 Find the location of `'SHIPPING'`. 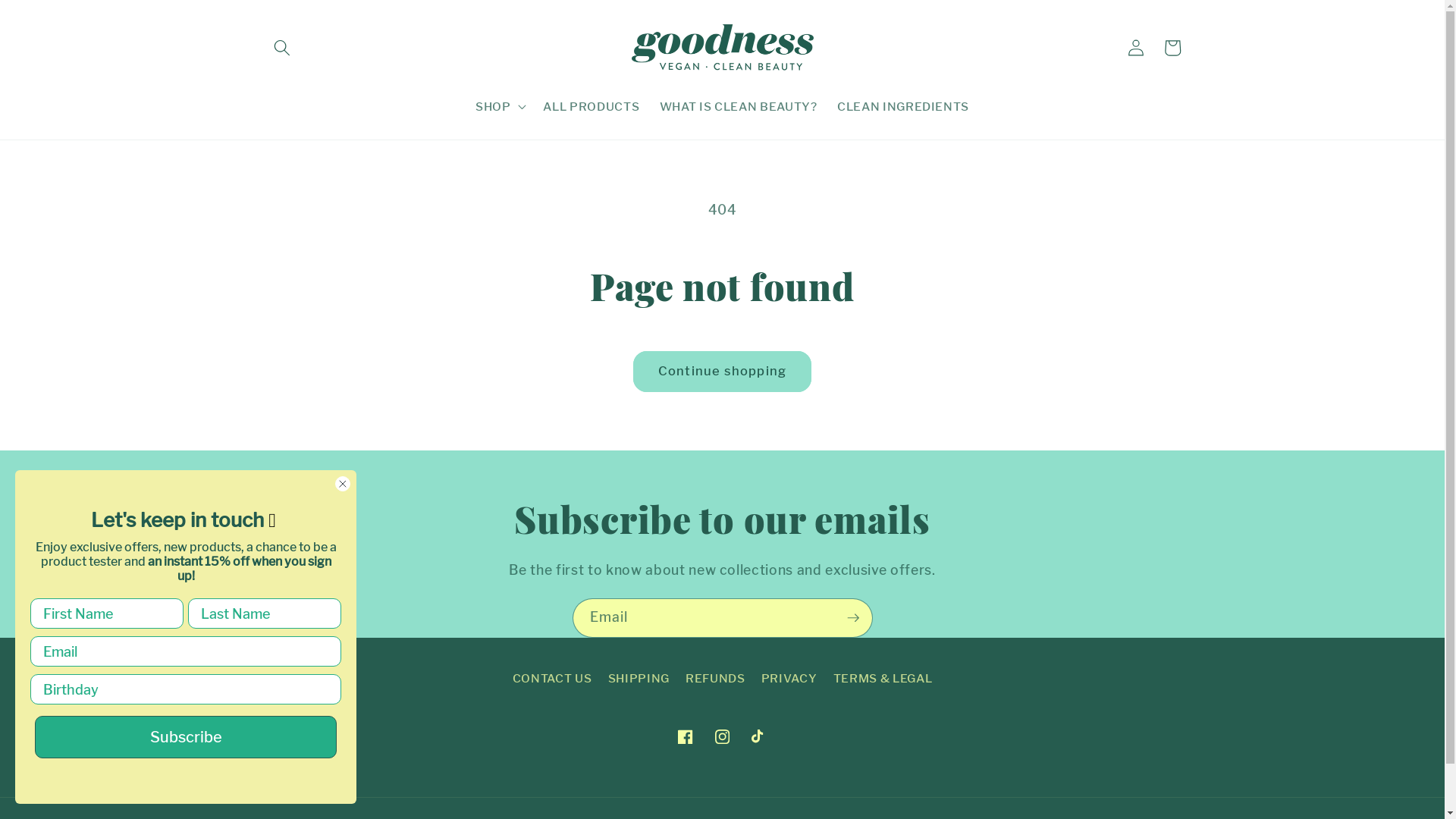

'SHIPPING' is located at coordinates (639, 678).